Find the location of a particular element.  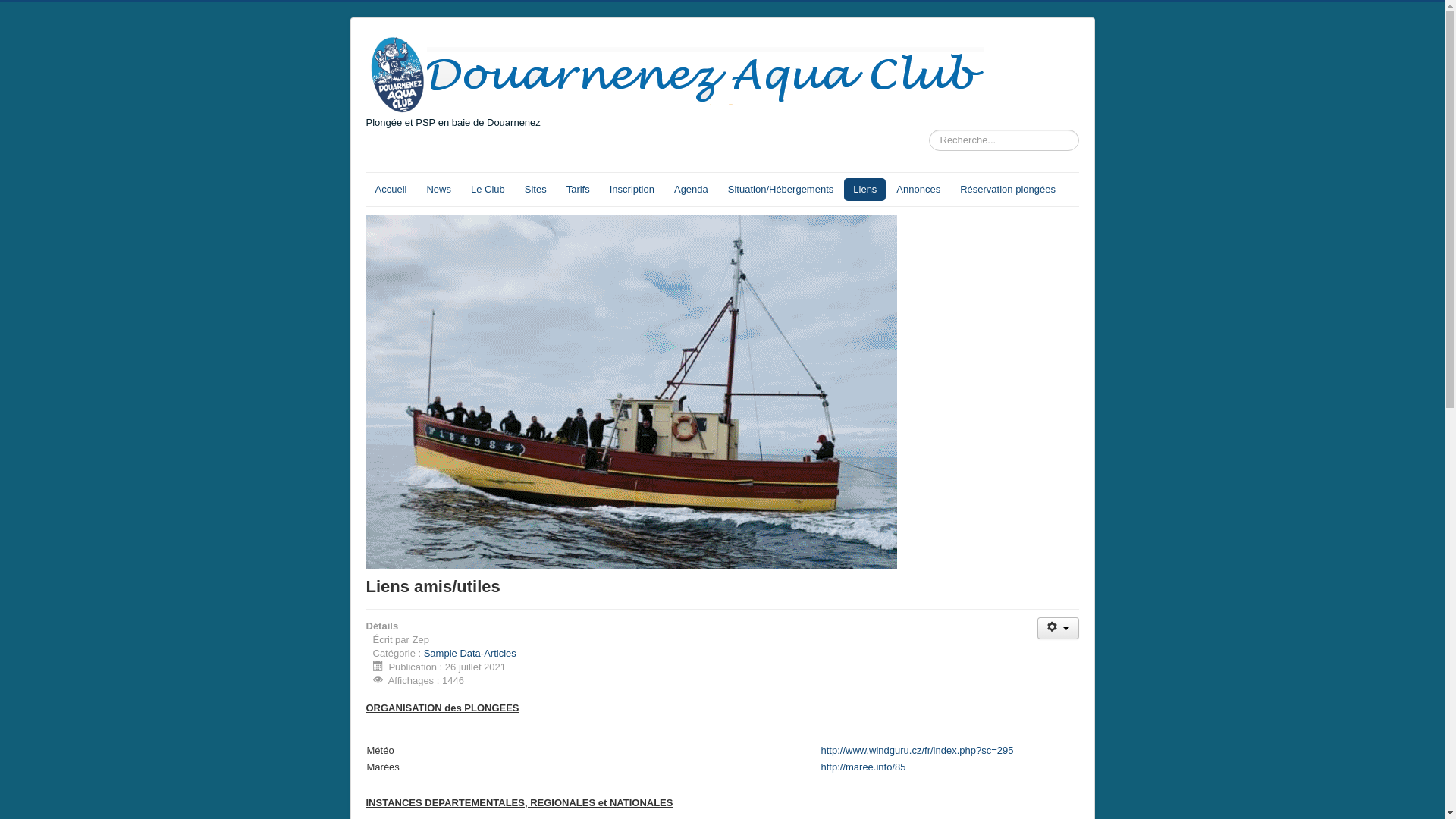

'Tarifs' is located at coordinates (577, 189).